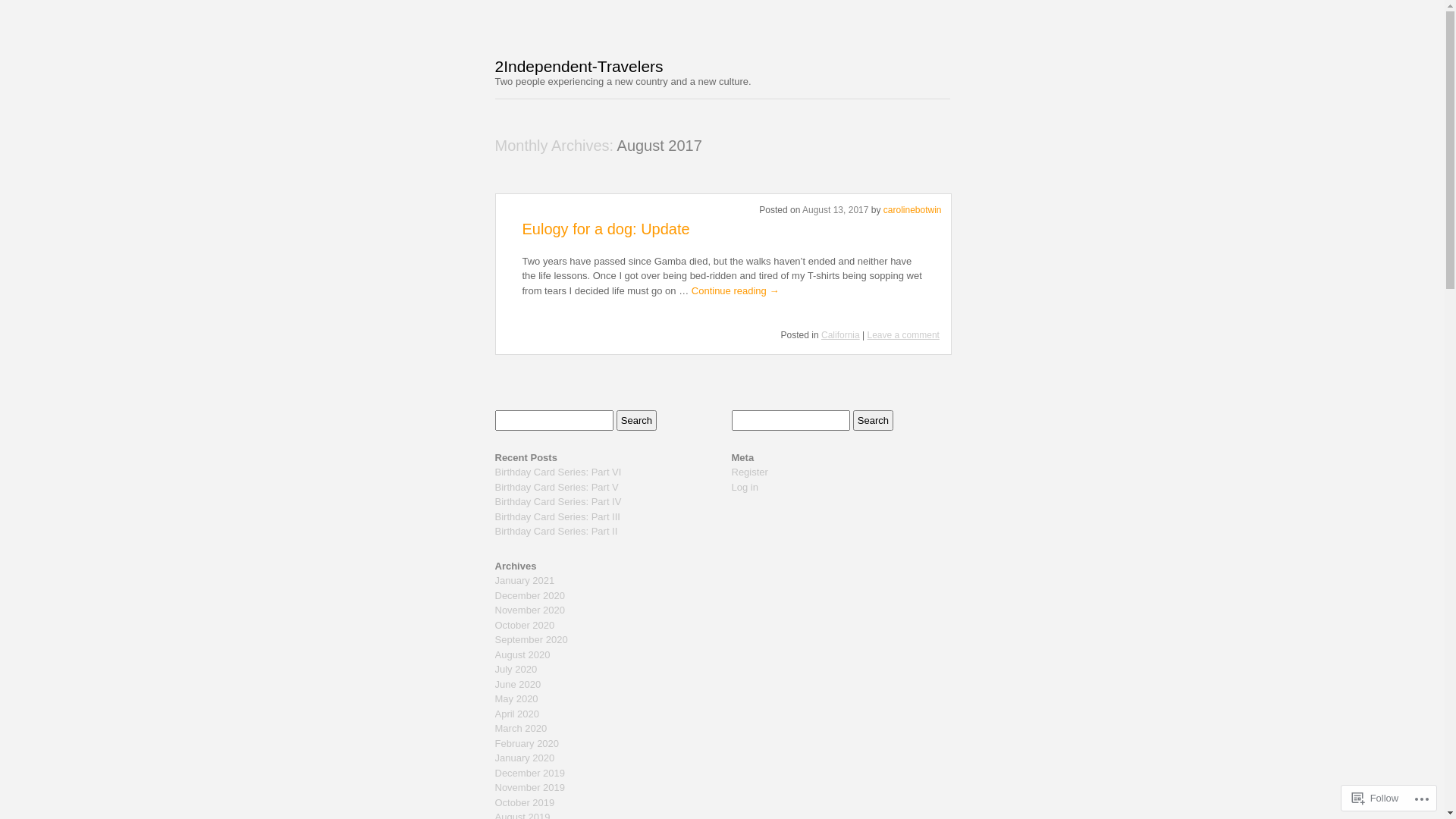 Image resolution: width=1456 pixels, height=819 pixels. What do you see at coordinates (524, 802) in the screenshot?
I see `'October 2019'` at bounding box center [524, 802].